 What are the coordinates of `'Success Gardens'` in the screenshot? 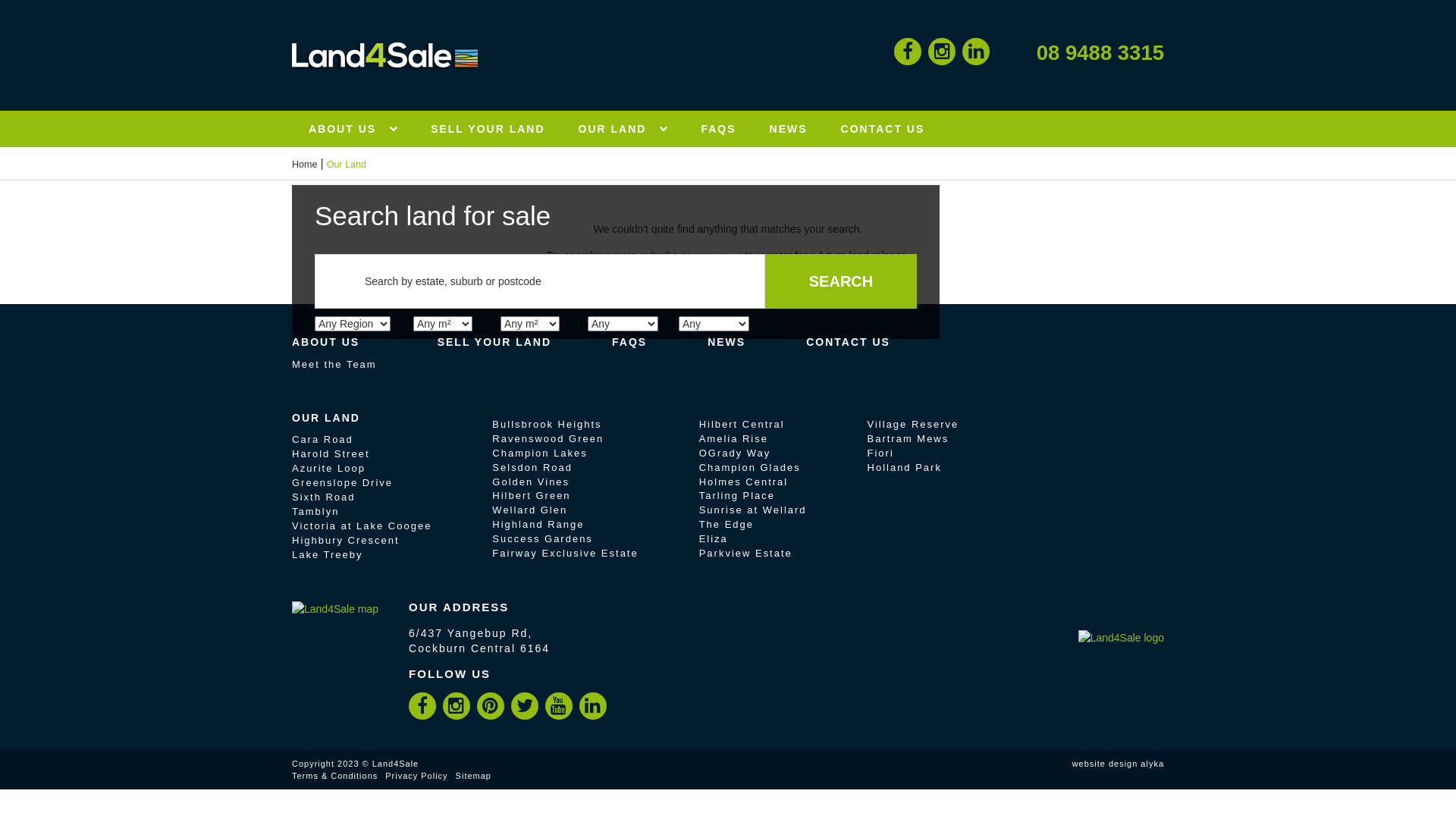 It's located at (542, 538).